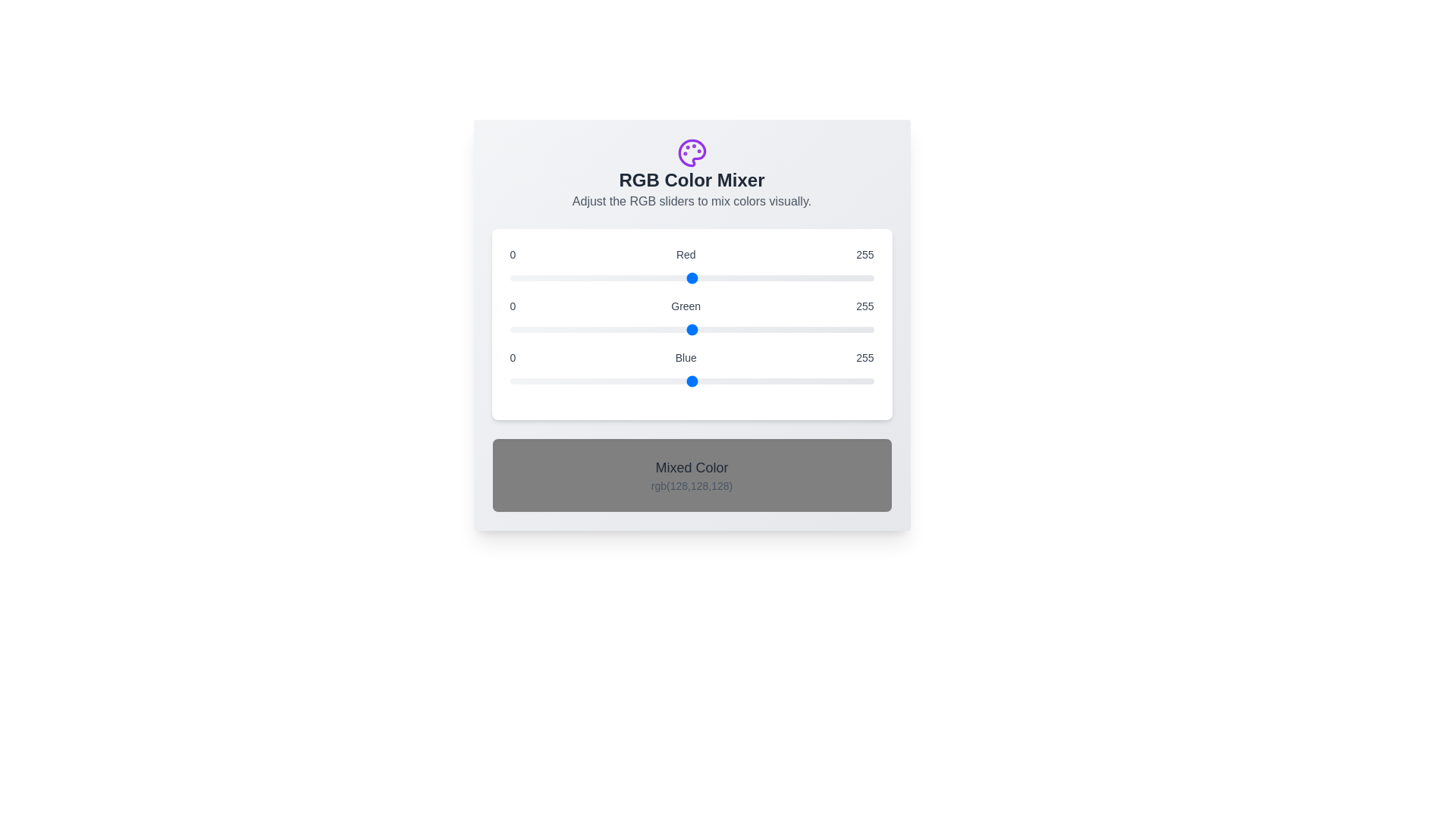 The height and width of the screenshot is (819, 1456). Describe the element at coordinates (820, 278) in the screenshot. I see `the red slider to set the red component to 218` at that location.